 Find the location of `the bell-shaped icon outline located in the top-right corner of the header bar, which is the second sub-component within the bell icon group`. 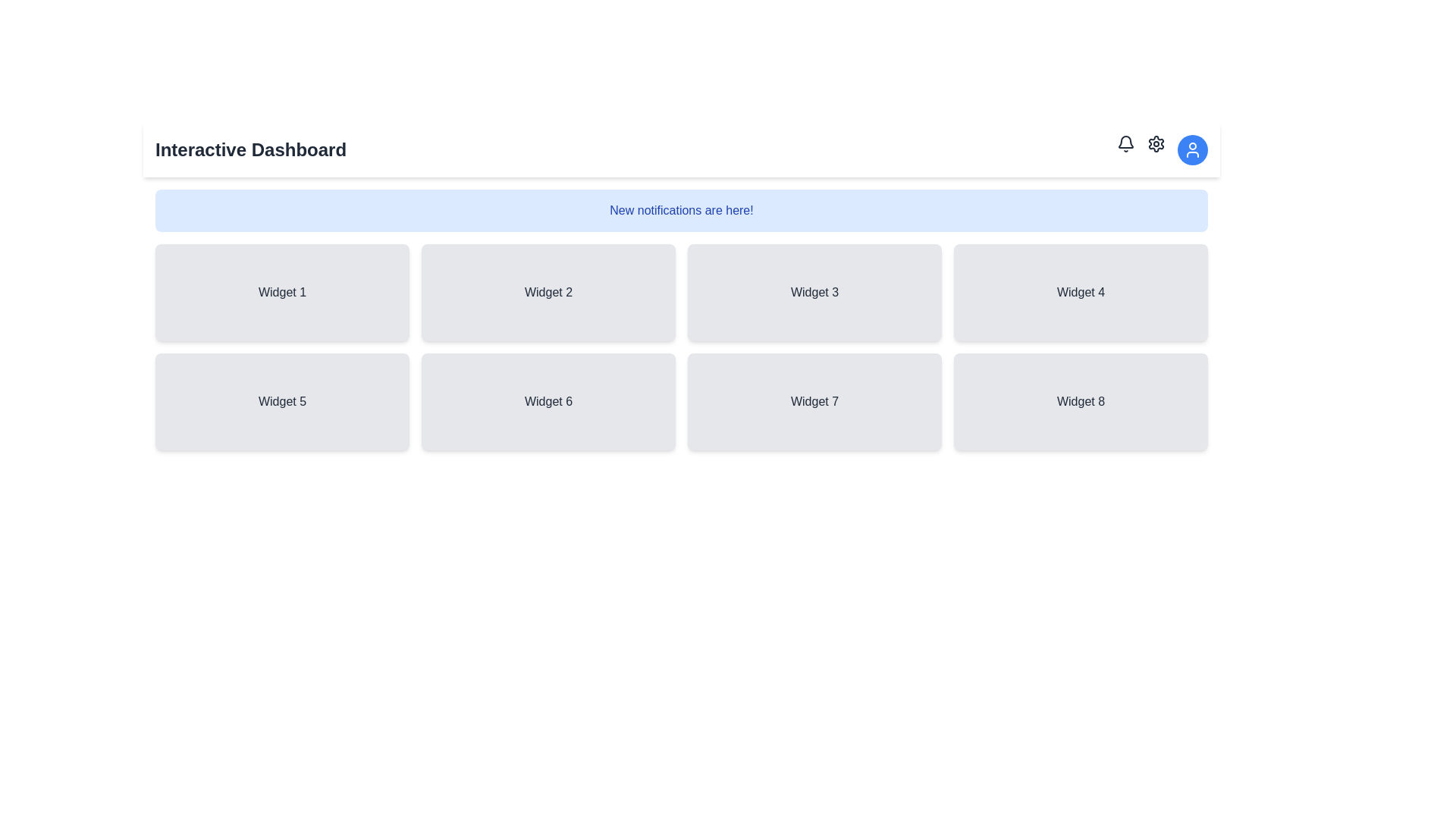

the bell-shaped icon outline located in the top-right corner of the header bar, which is the second sub-component within the bell icon group is located at coordinates (1125, 142).